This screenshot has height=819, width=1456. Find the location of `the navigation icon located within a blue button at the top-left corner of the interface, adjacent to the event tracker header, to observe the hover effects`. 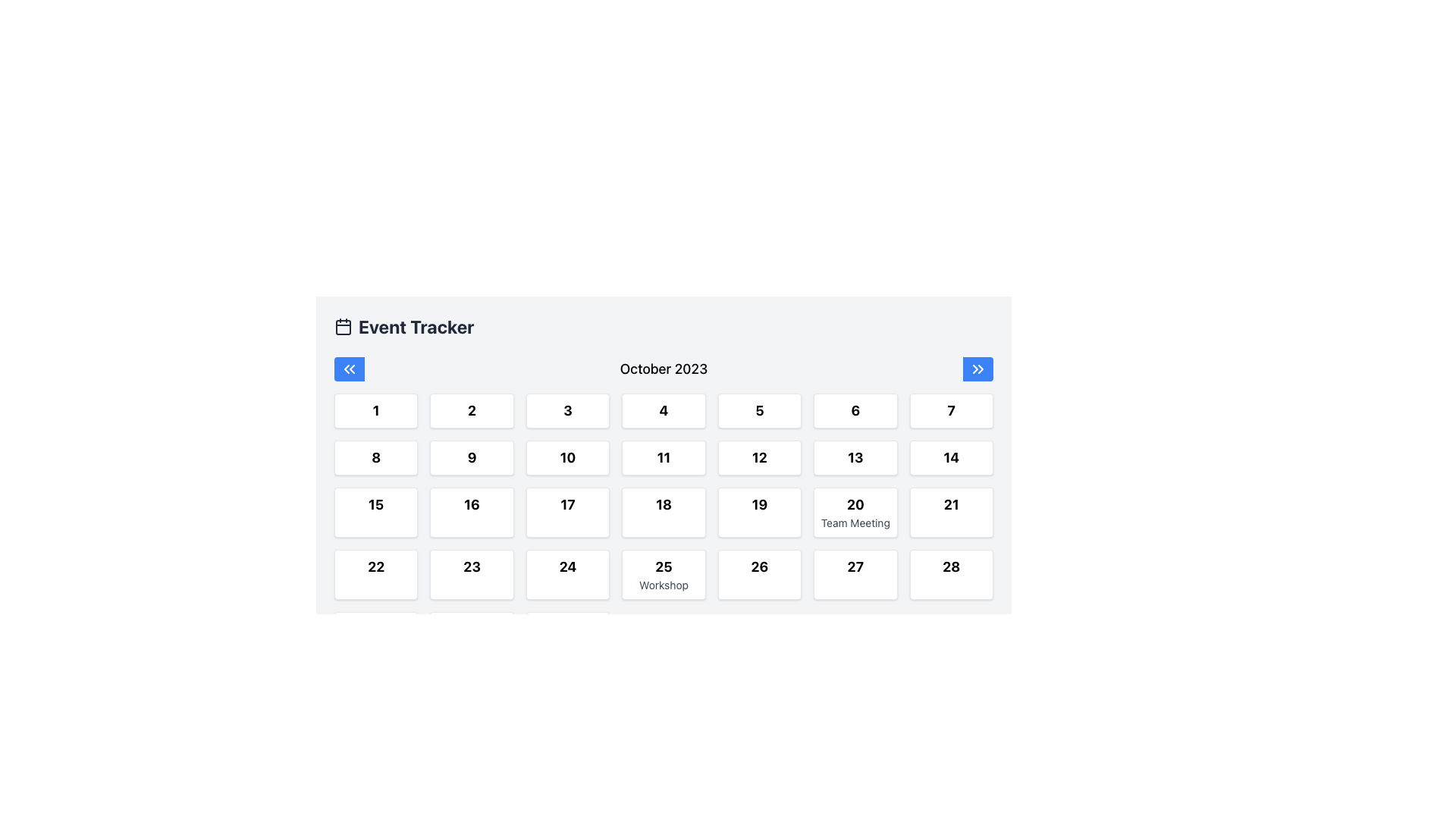

the navigation icon located within a blue button at the top-left corner of the interface, adjacent to the event tracker header, to observe the hover effects is located at coordinates (348, 369).